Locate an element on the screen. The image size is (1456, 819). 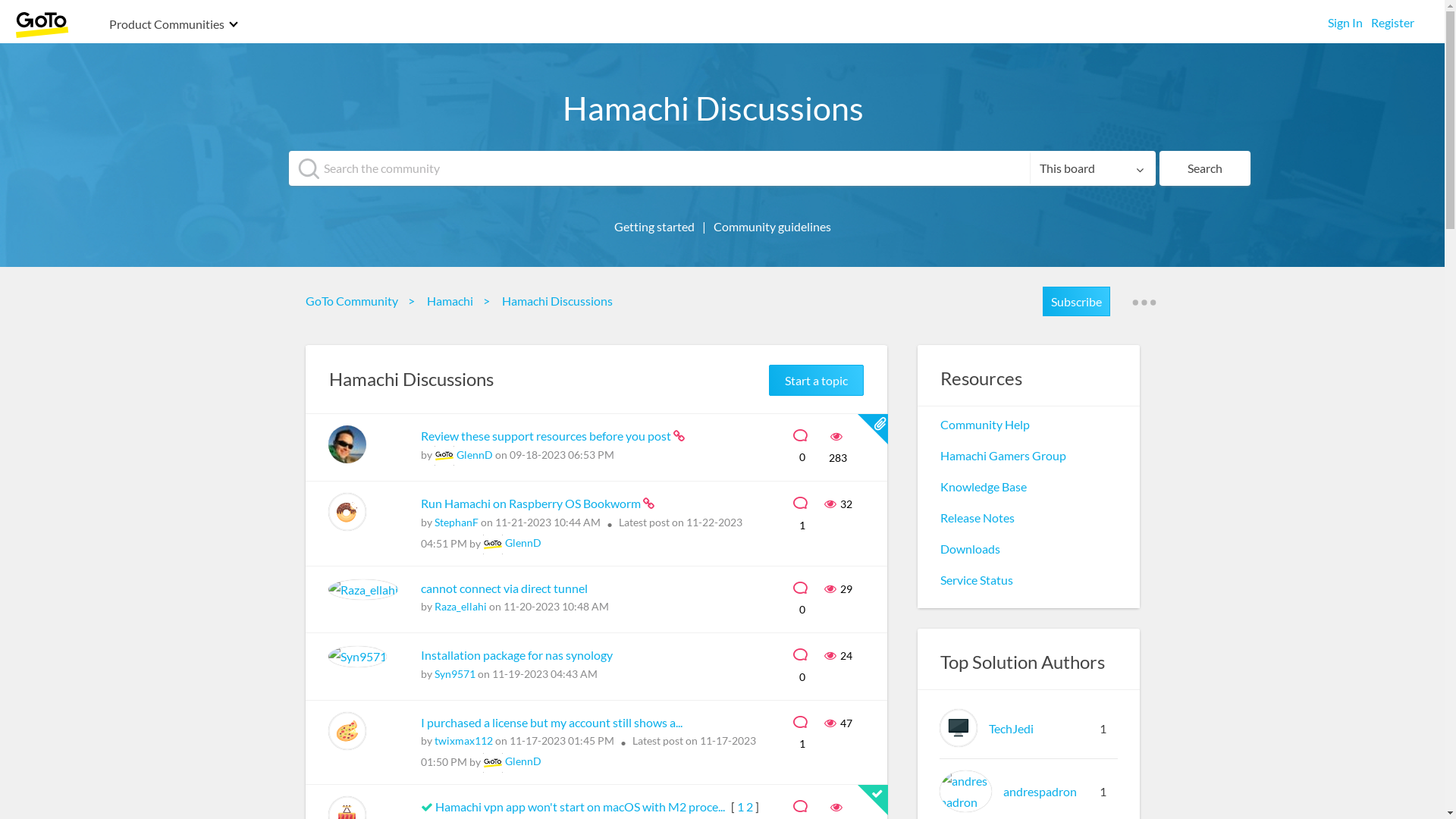
'Sign In' is located at coordinates (1345, 18).